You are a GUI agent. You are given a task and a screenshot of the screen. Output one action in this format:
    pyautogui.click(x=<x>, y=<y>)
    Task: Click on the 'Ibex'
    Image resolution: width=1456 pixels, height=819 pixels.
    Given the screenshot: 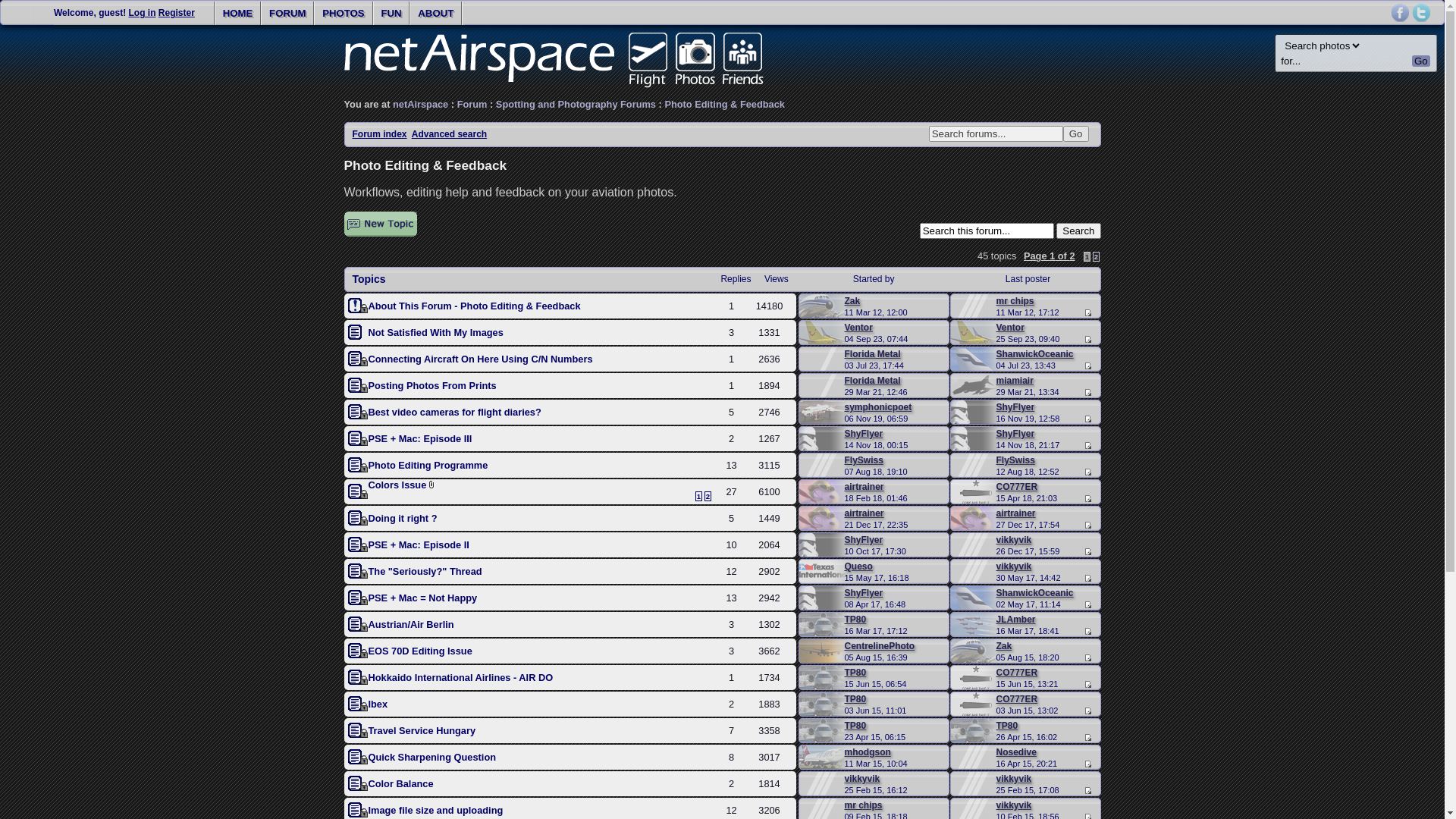 What is the action you would take?
    pyautogui.click(x=378, y=704)
    